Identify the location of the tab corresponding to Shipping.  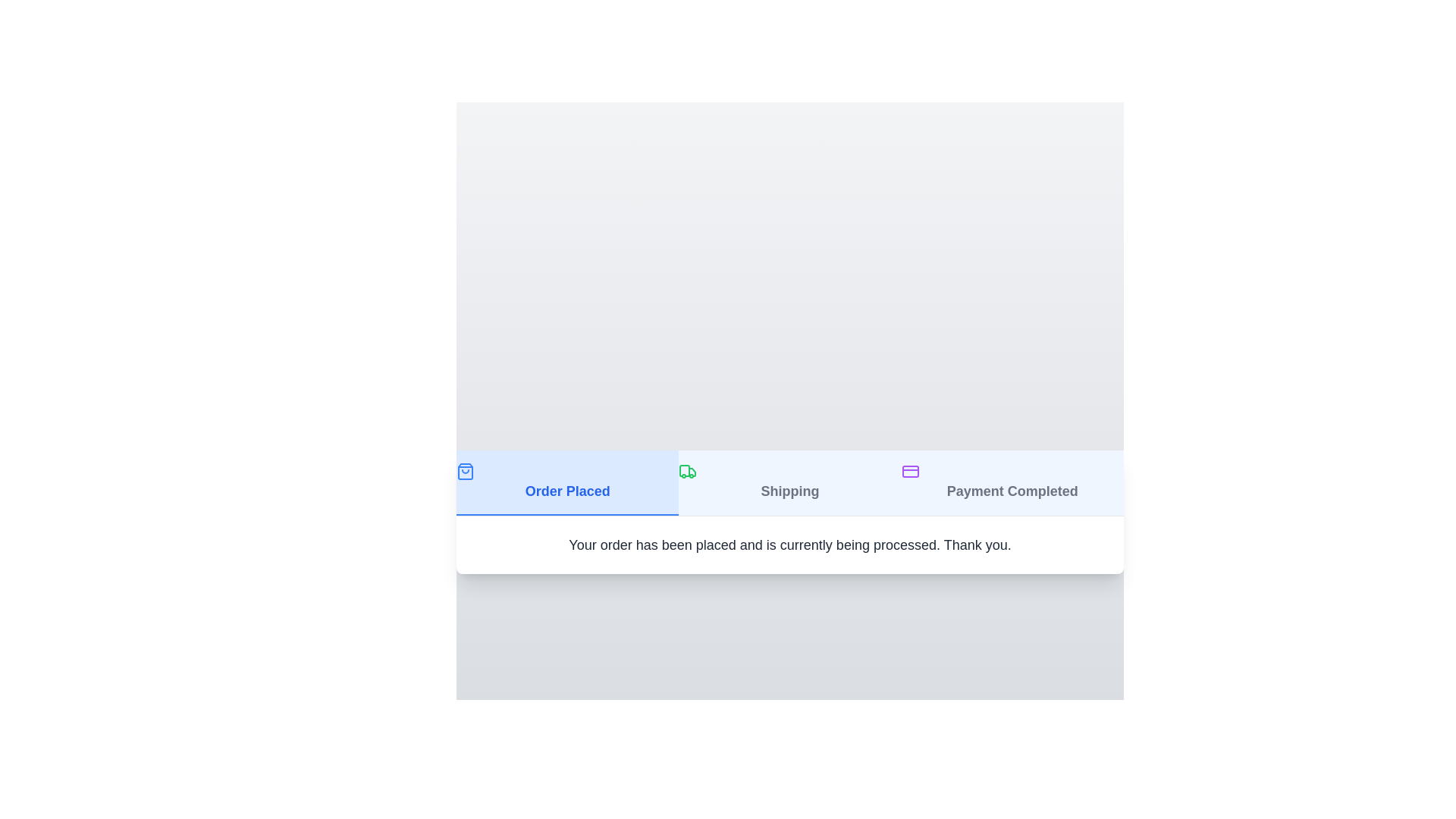
(789, 482).